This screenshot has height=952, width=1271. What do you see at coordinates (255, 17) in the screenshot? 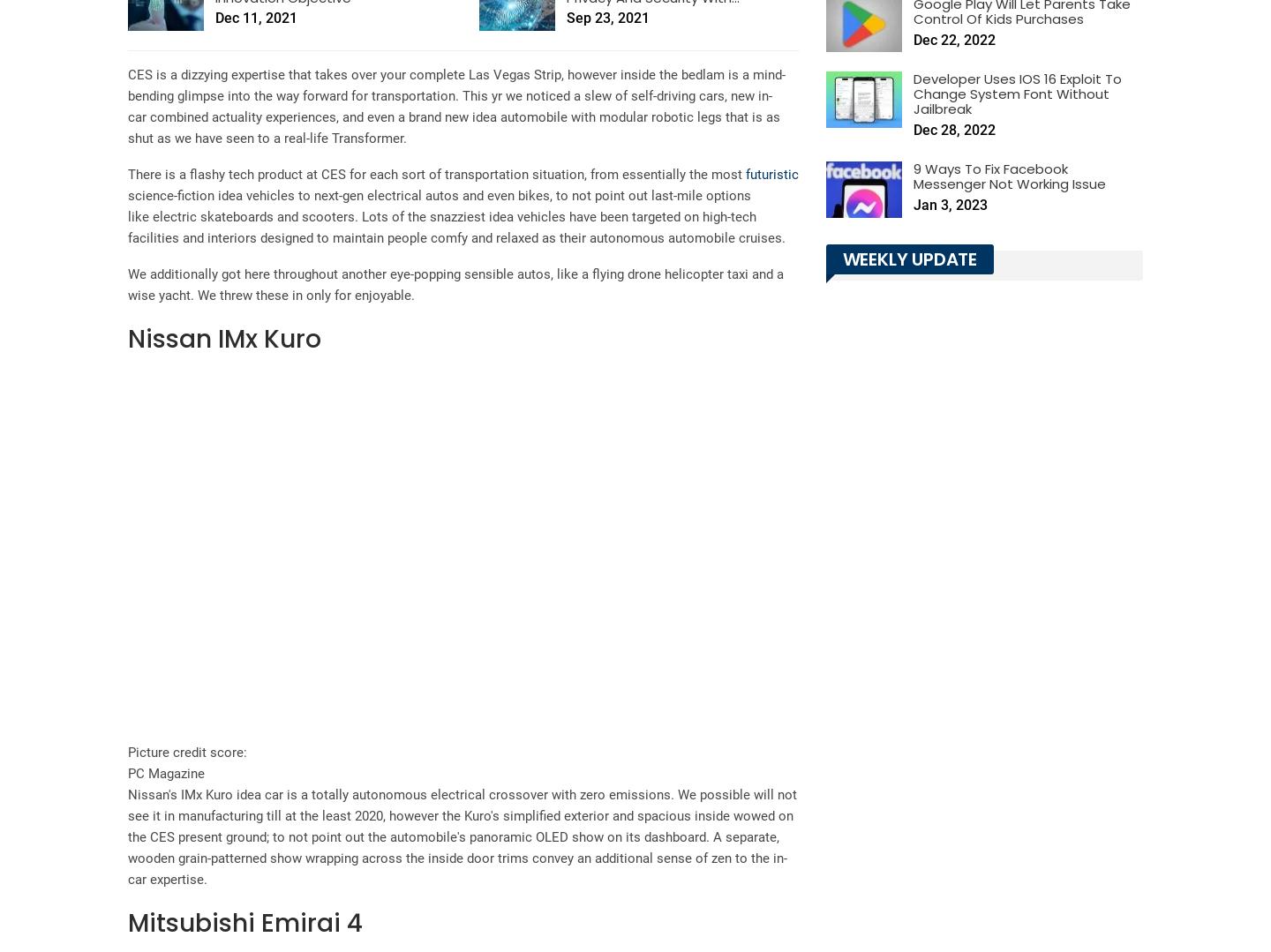
I see `'Dec 11, 2021'` at bounding box center [255, 17].